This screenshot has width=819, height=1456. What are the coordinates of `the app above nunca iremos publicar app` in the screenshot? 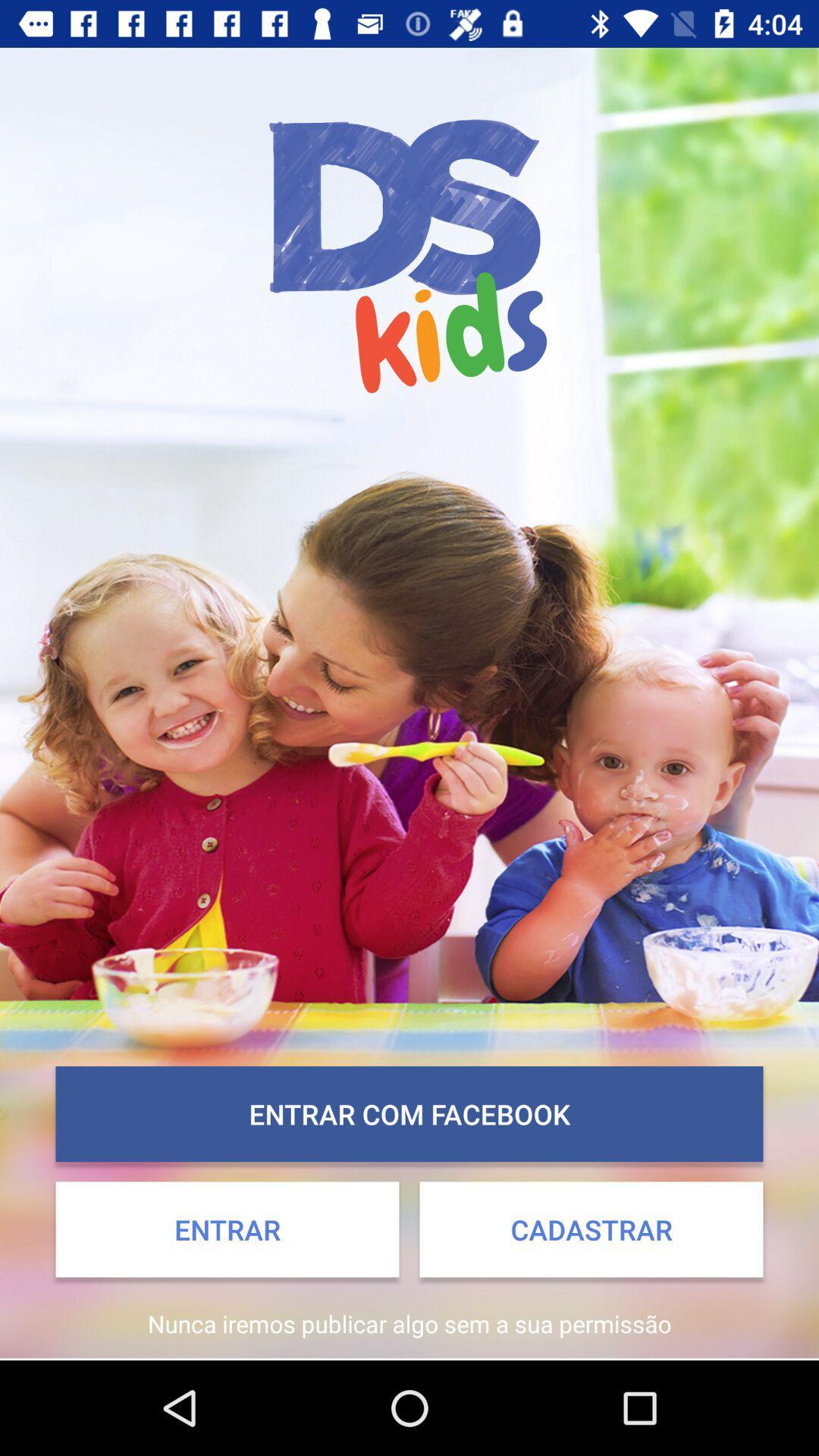 It's located at (590, 1229).